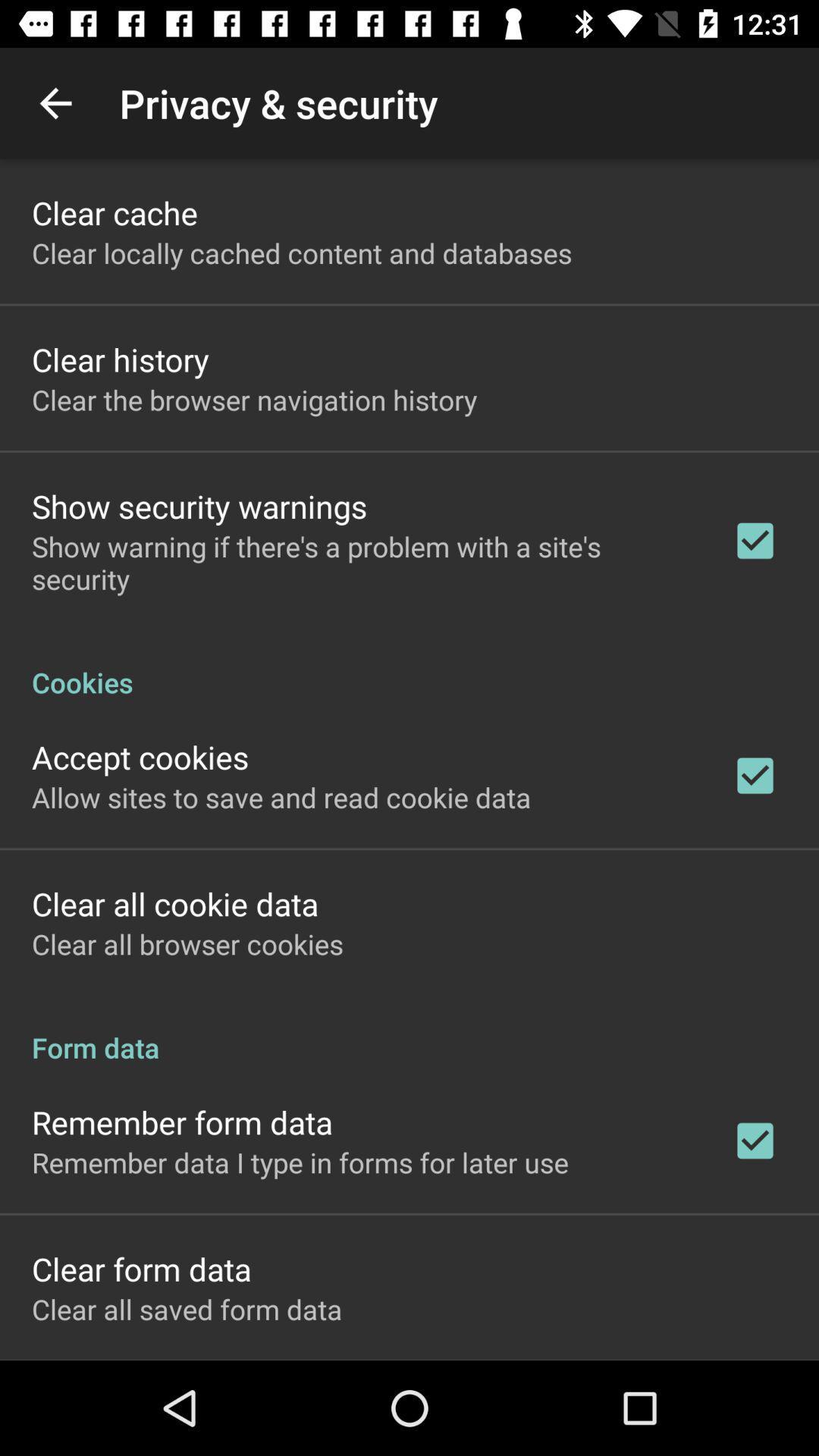 The width and height of the screenshot is (819, 1456). I want to click on the icon above the cookies app, so click(362, 562).